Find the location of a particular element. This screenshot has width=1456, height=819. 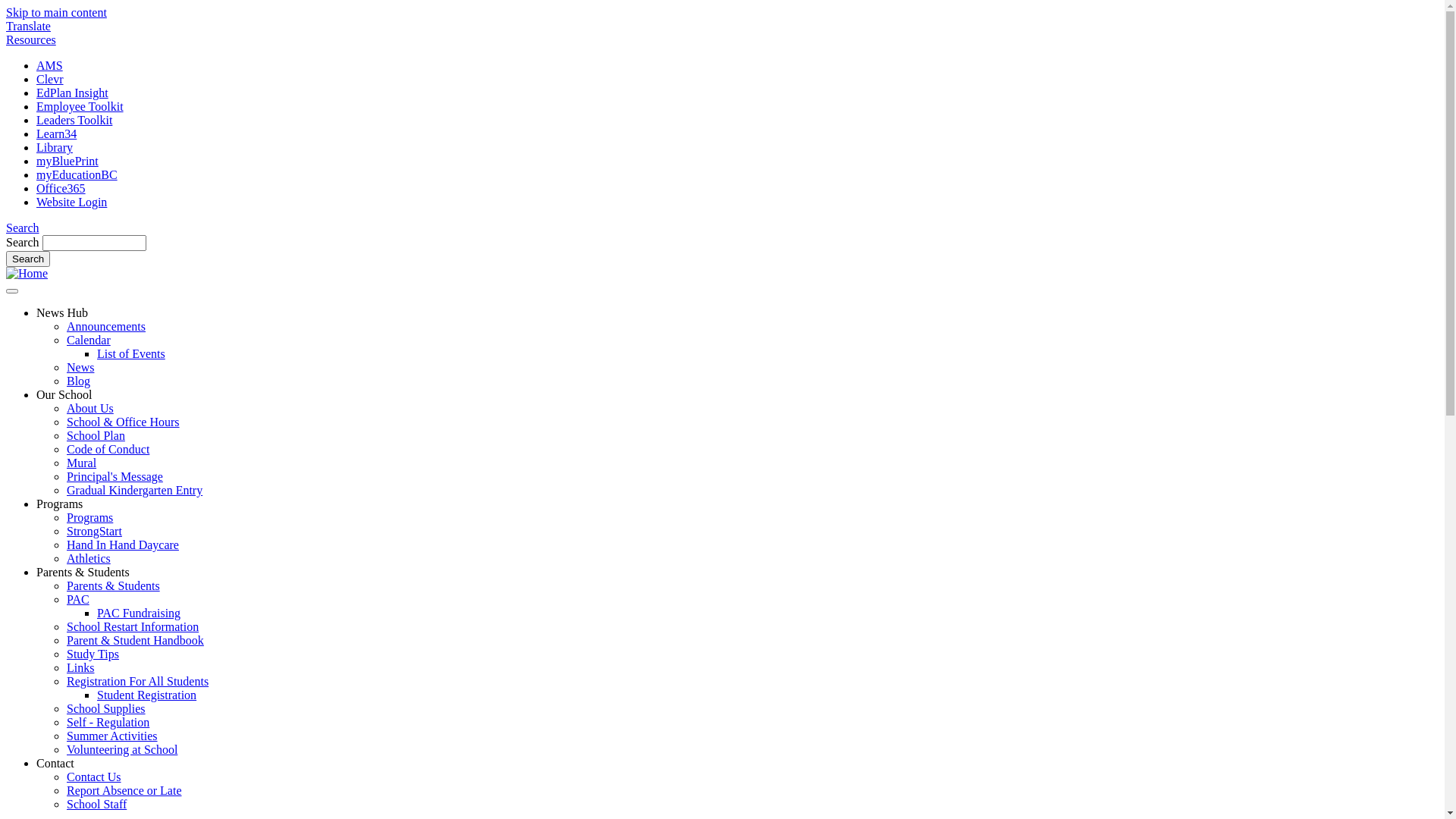

'Code of Conduct' is located at coordinates (107, 448).